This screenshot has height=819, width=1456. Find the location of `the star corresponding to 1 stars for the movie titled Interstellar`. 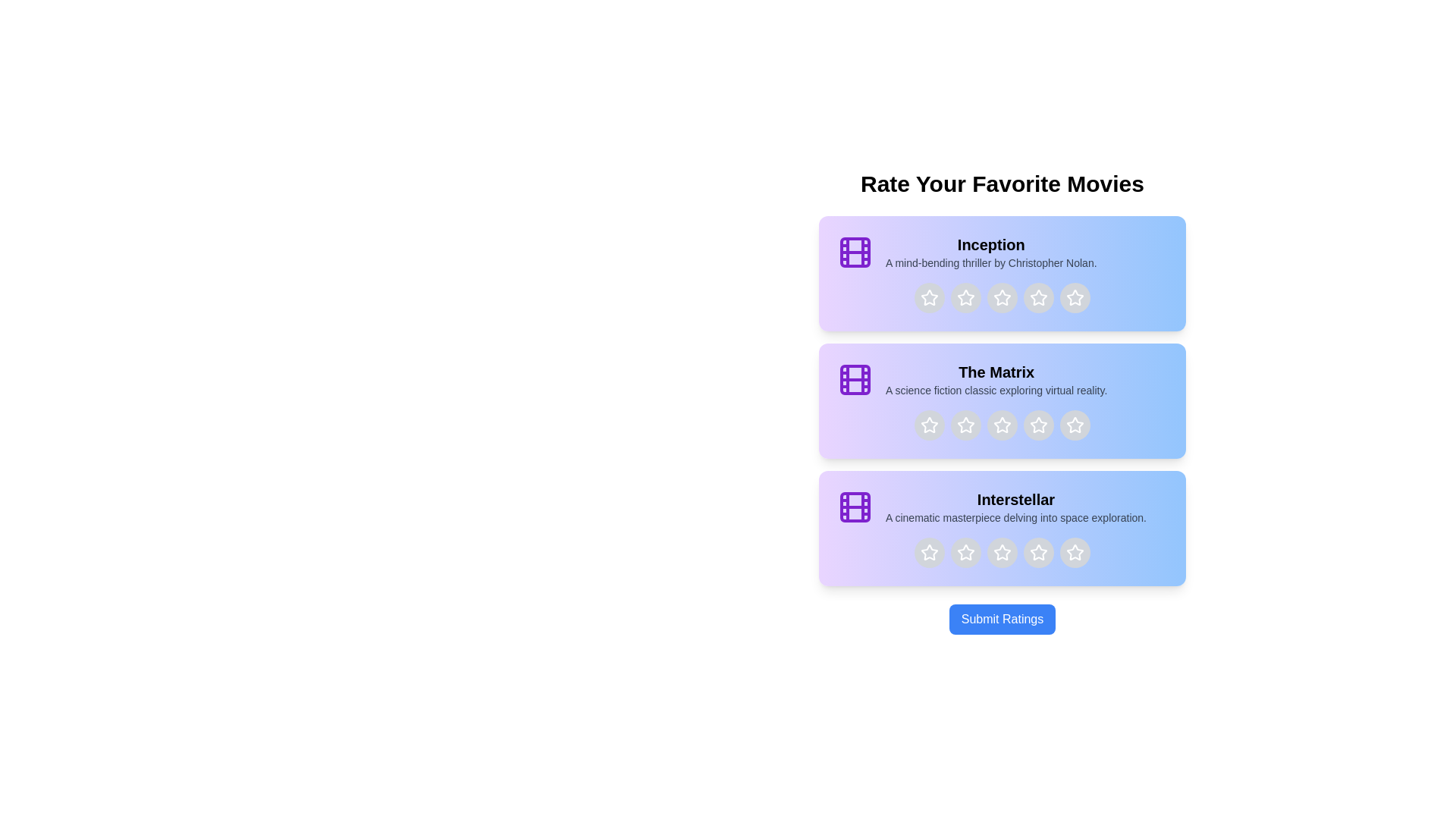

the star corresponding to 1 stars for the movie titled Interstellar is located at coordinates (928, 553).